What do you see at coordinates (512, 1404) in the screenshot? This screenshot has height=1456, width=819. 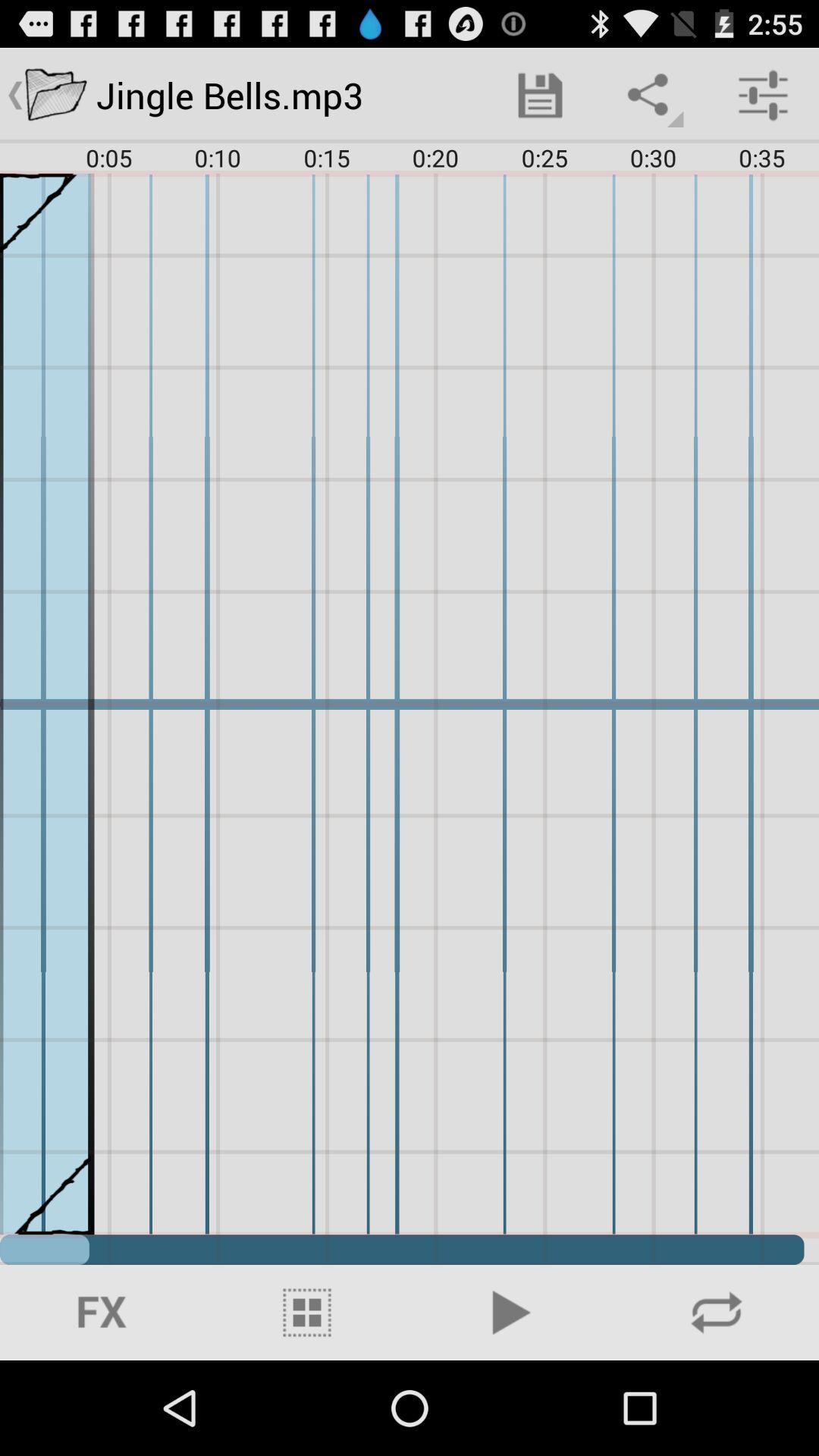 I see `the play icon` at bounding box center [512, 1404].